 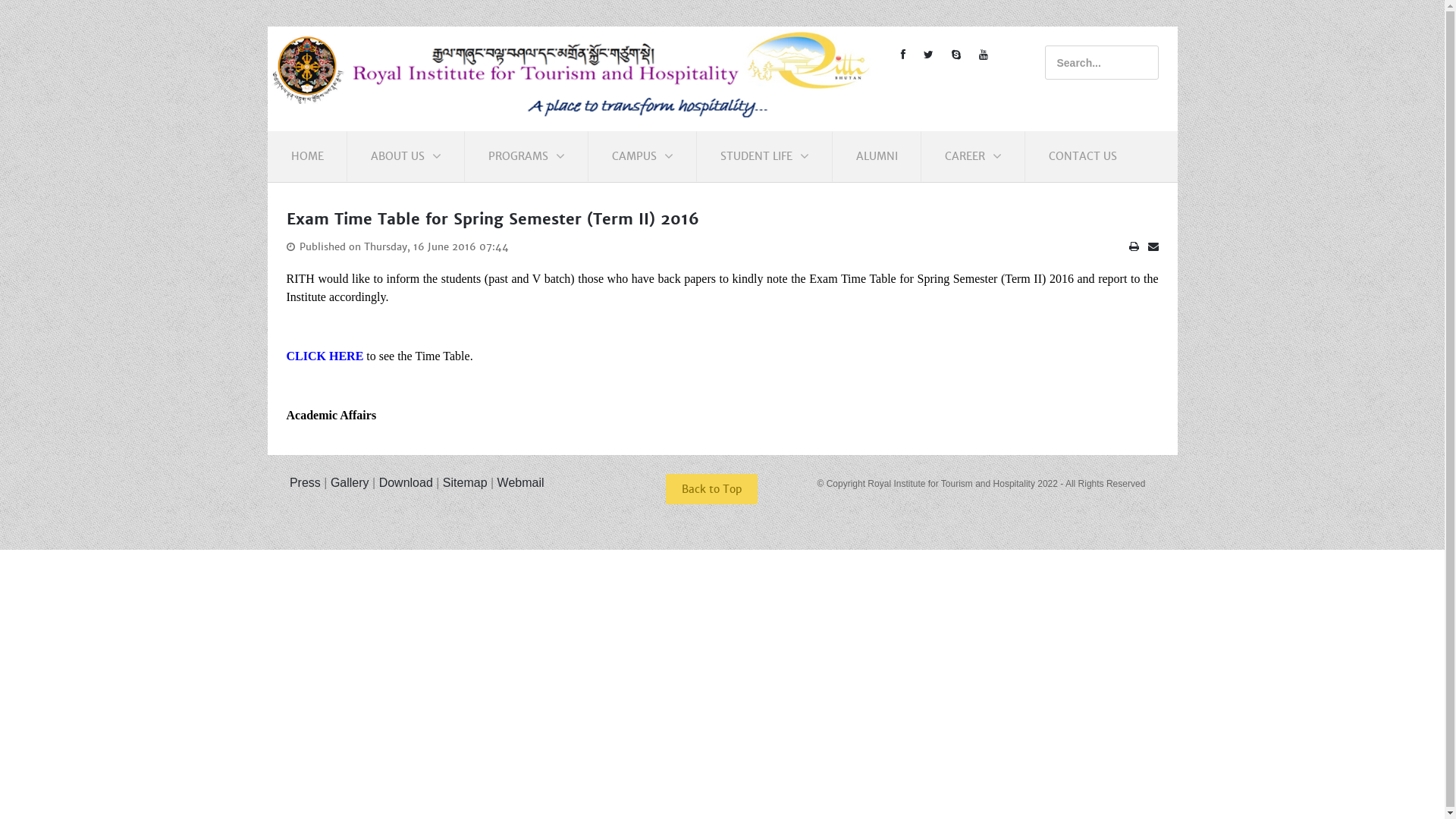 What do you see at coordinates (764, 156) in the screenshot?
I see `'STUDENT LIFE'` at bounding box center [764, 156].